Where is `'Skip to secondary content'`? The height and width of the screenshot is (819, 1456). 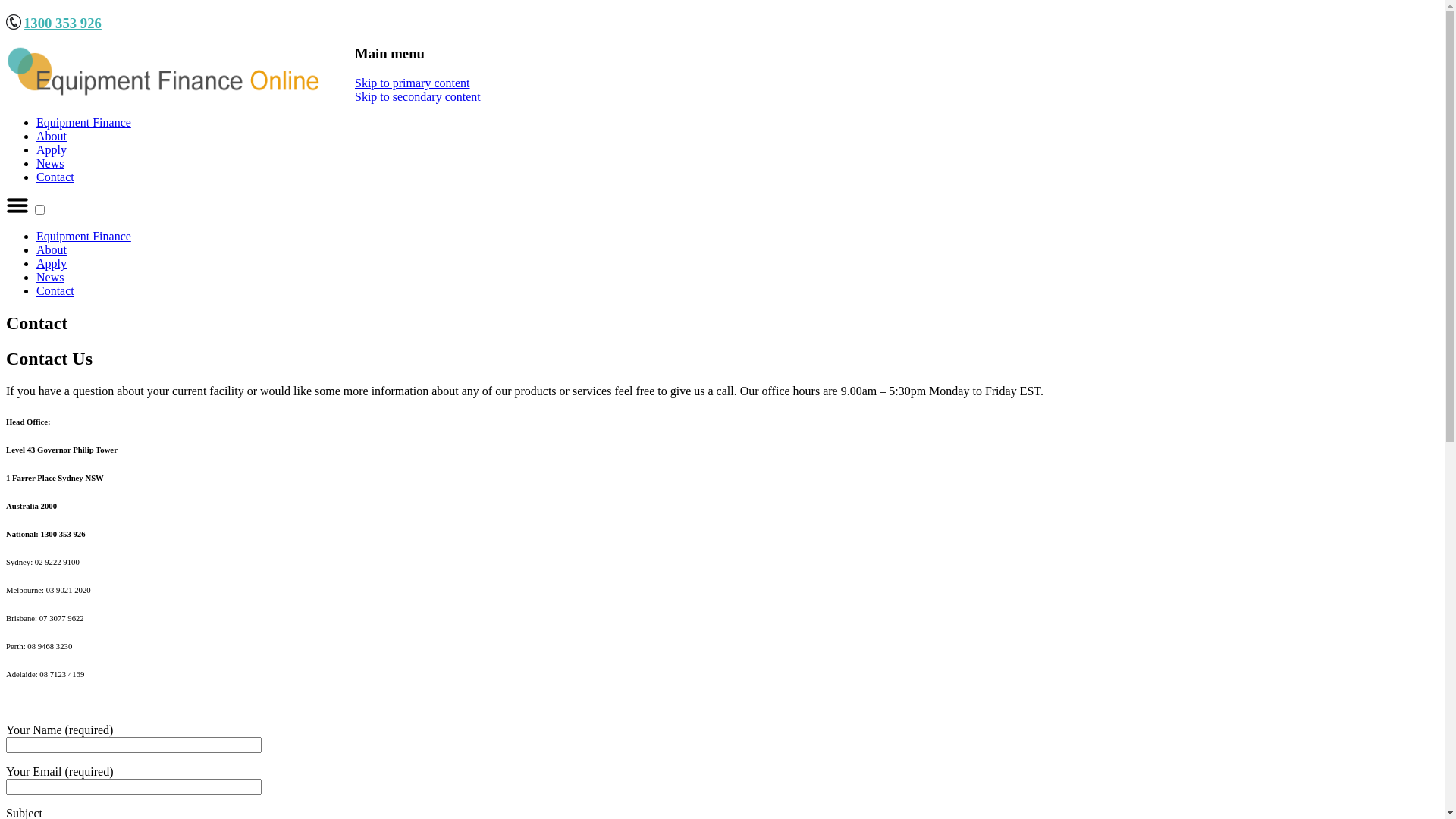
'Skip to secondary content' is located at coordinates (418, 96).